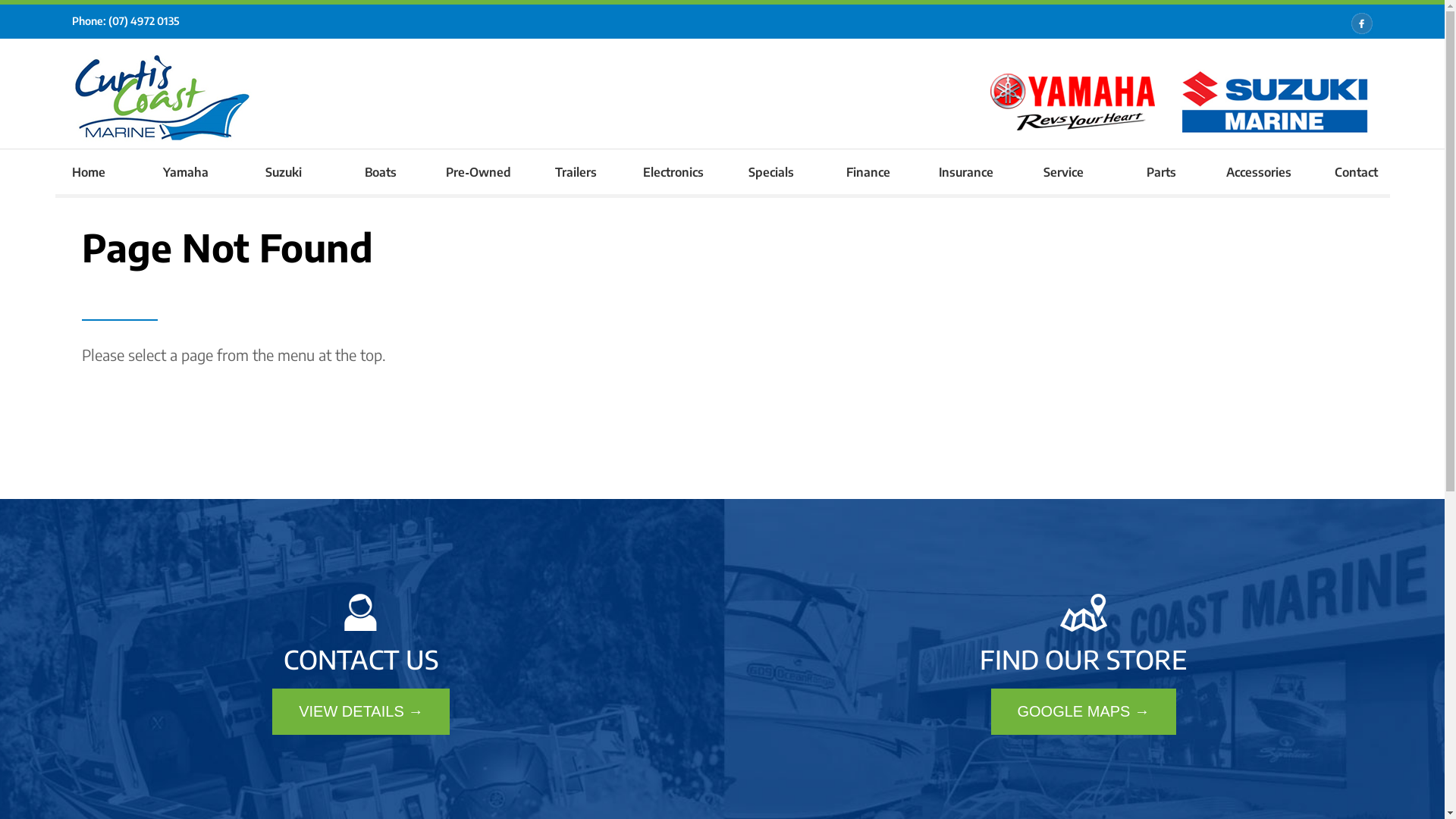  I want to click on 'Insurance', so click(965, 171).